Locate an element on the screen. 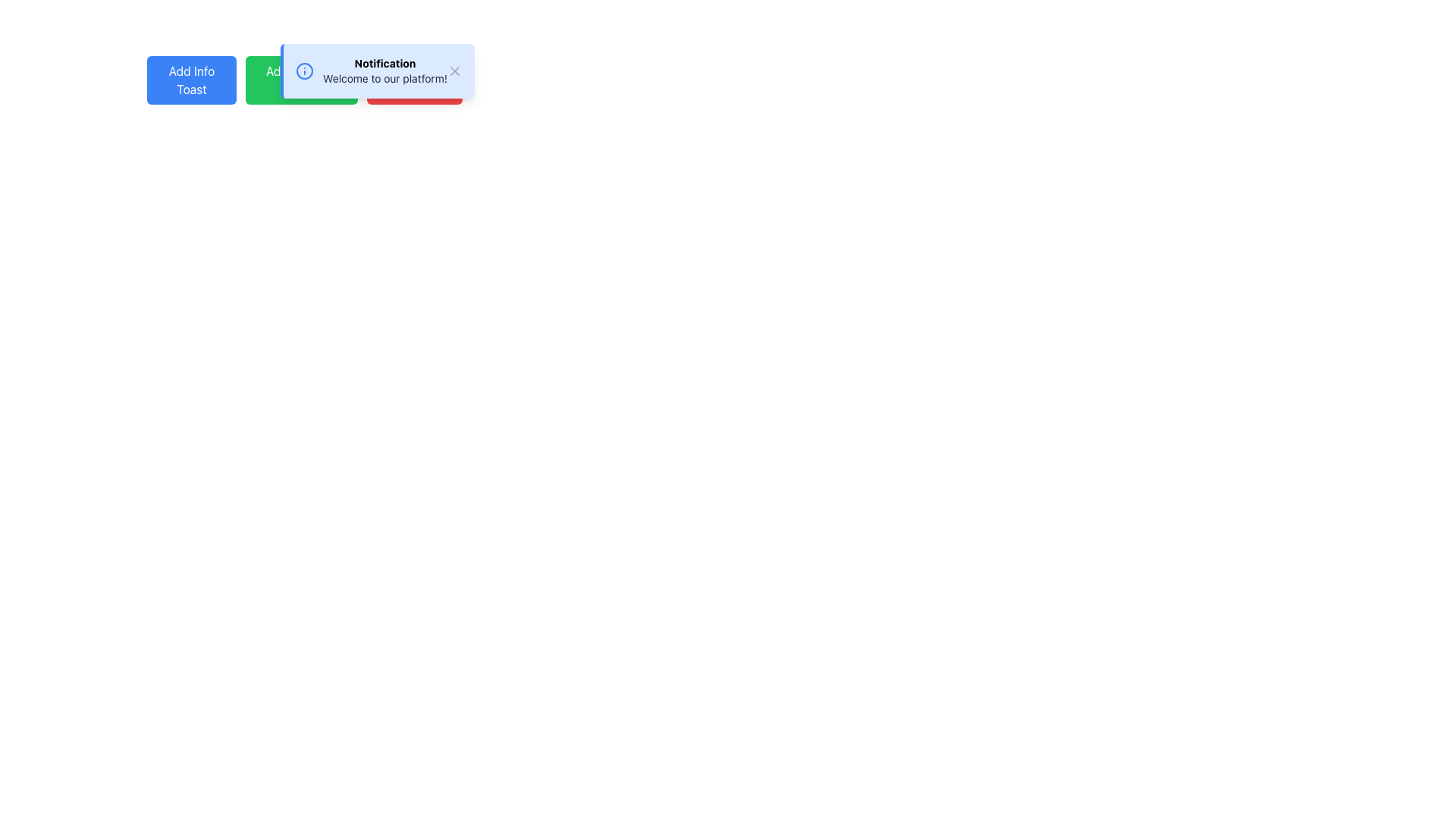 This screenshot has width=1456, height=819. the cross mark icon located in the top-right corner of the light blue notification box is located at coordinates (453, 71).